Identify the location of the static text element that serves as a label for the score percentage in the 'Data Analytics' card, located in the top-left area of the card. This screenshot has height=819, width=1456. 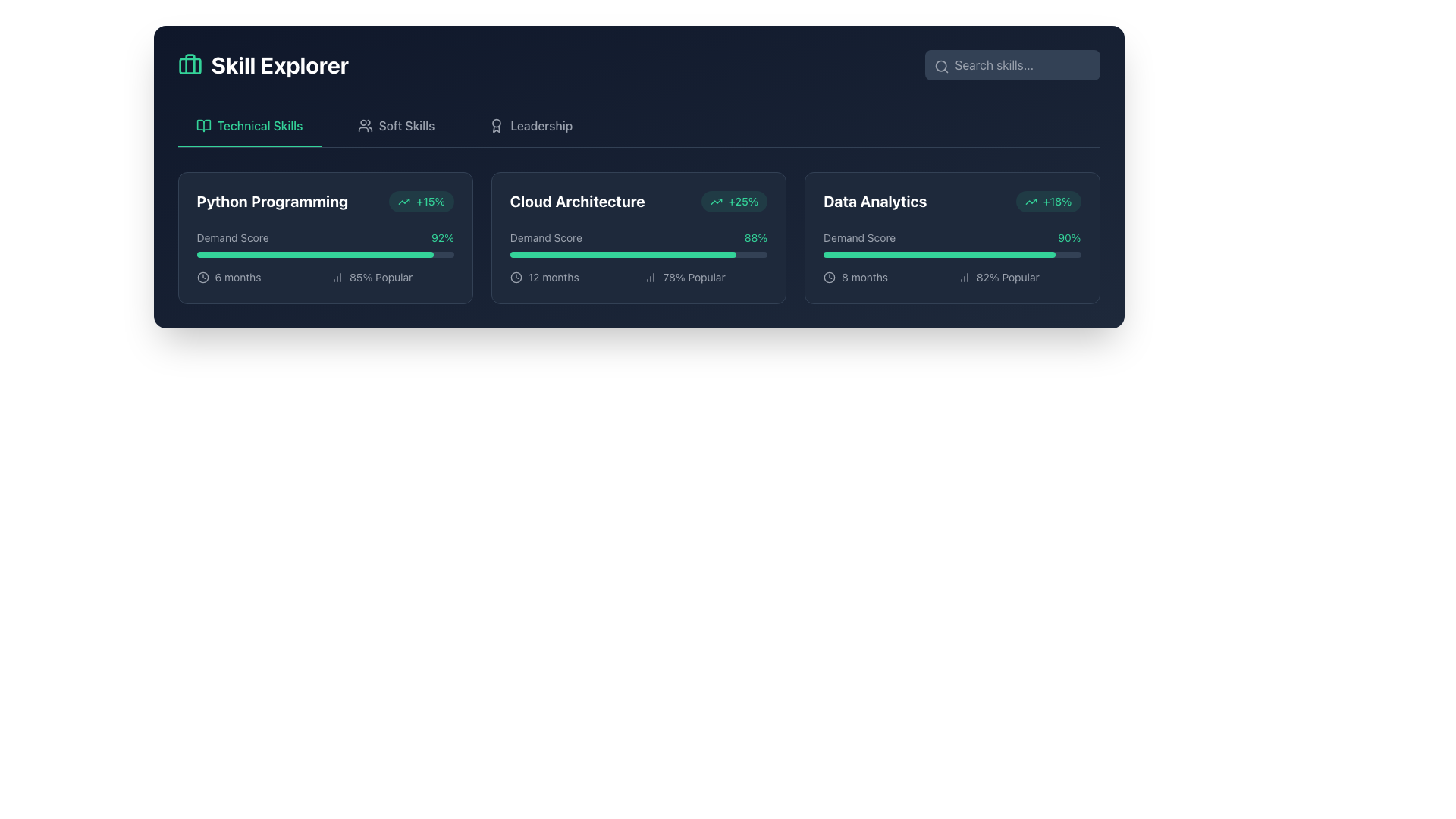
(859, 237).